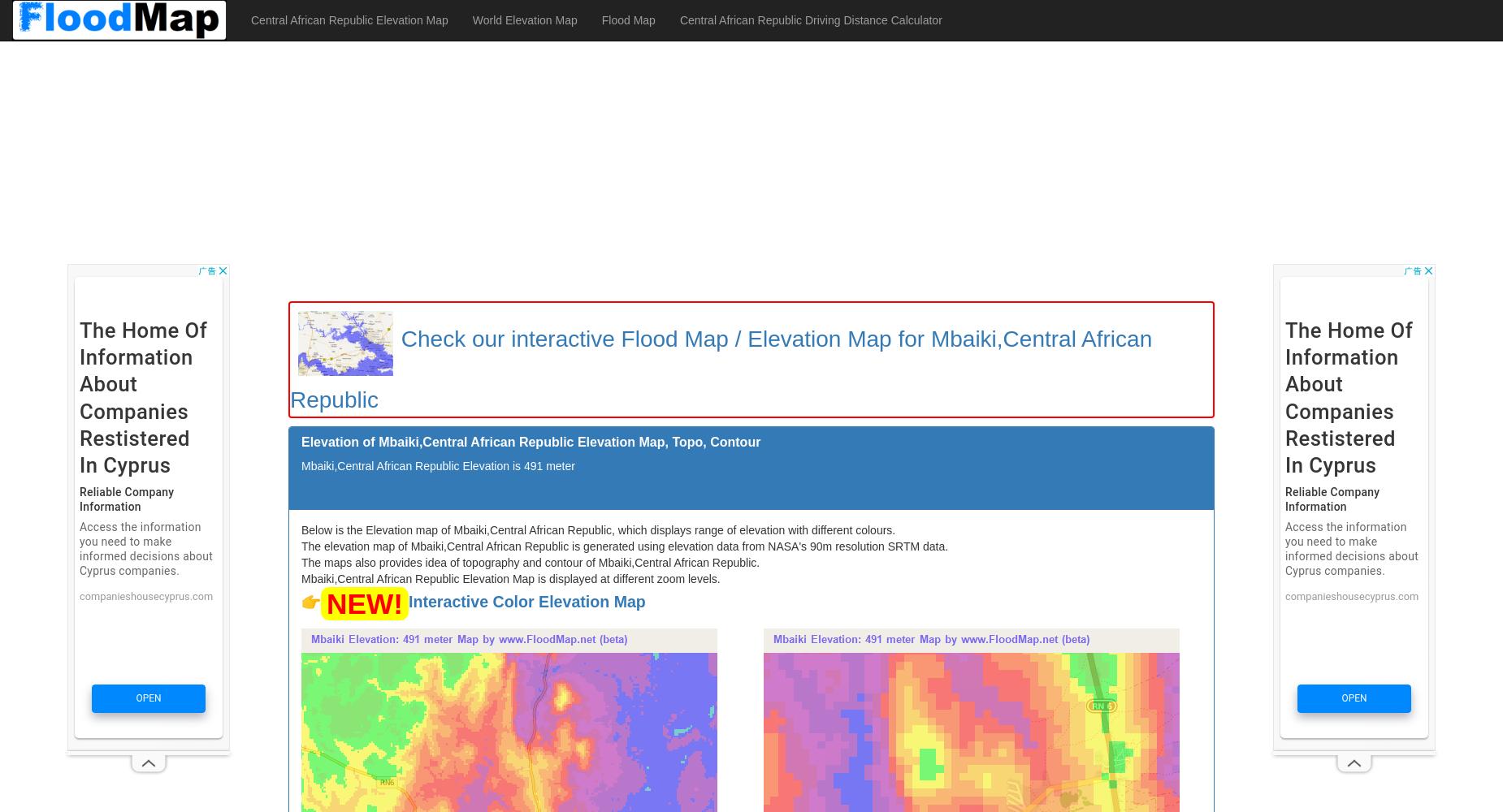 This screenshot has width=1503, height=812. Describe the element at coordinates (526, 601) in the screenshot. I see `'Interactive Color Elevation Map'` at that location.